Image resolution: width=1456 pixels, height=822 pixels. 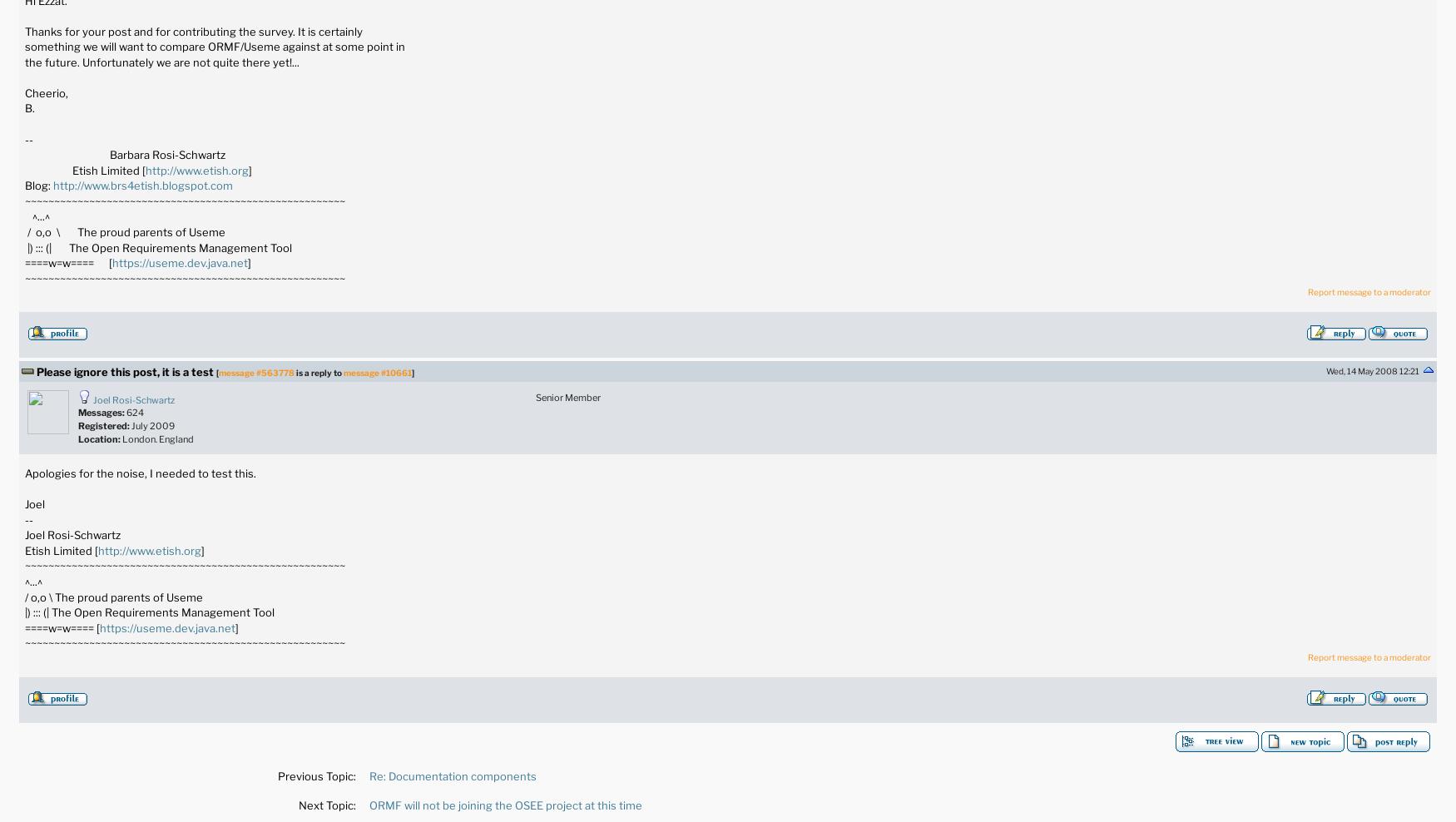 I want to click on 'is a reply to', so click(x=318, y=371).